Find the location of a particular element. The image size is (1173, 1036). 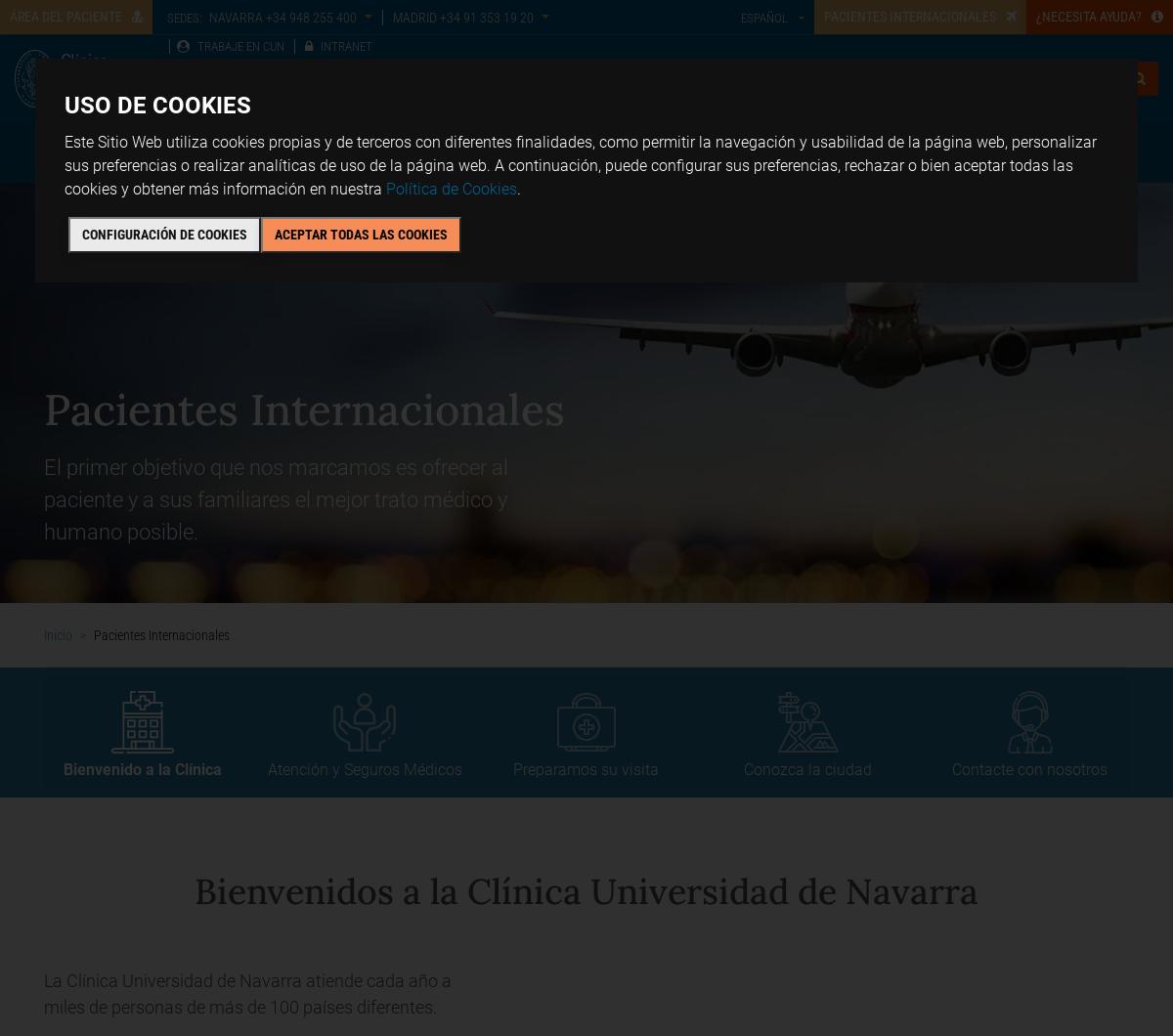

'Sedes' is located at coordinates (427, 151).